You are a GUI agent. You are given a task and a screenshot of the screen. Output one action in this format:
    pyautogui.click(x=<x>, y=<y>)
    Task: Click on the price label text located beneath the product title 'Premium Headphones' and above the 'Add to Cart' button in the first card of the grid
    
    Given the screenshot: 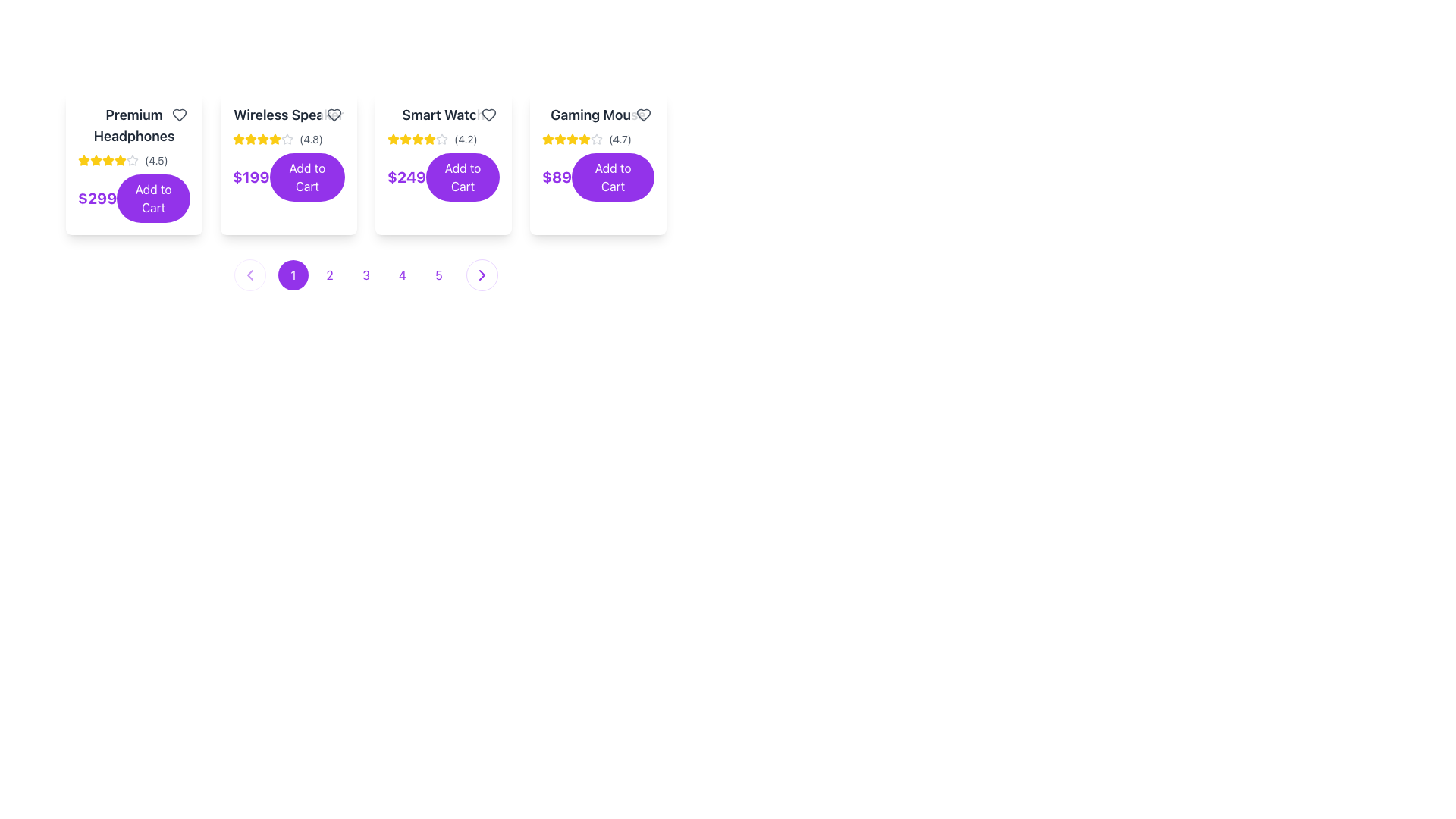 What is the action you would take?
    pyautogui.click(x=96, y=198)
    